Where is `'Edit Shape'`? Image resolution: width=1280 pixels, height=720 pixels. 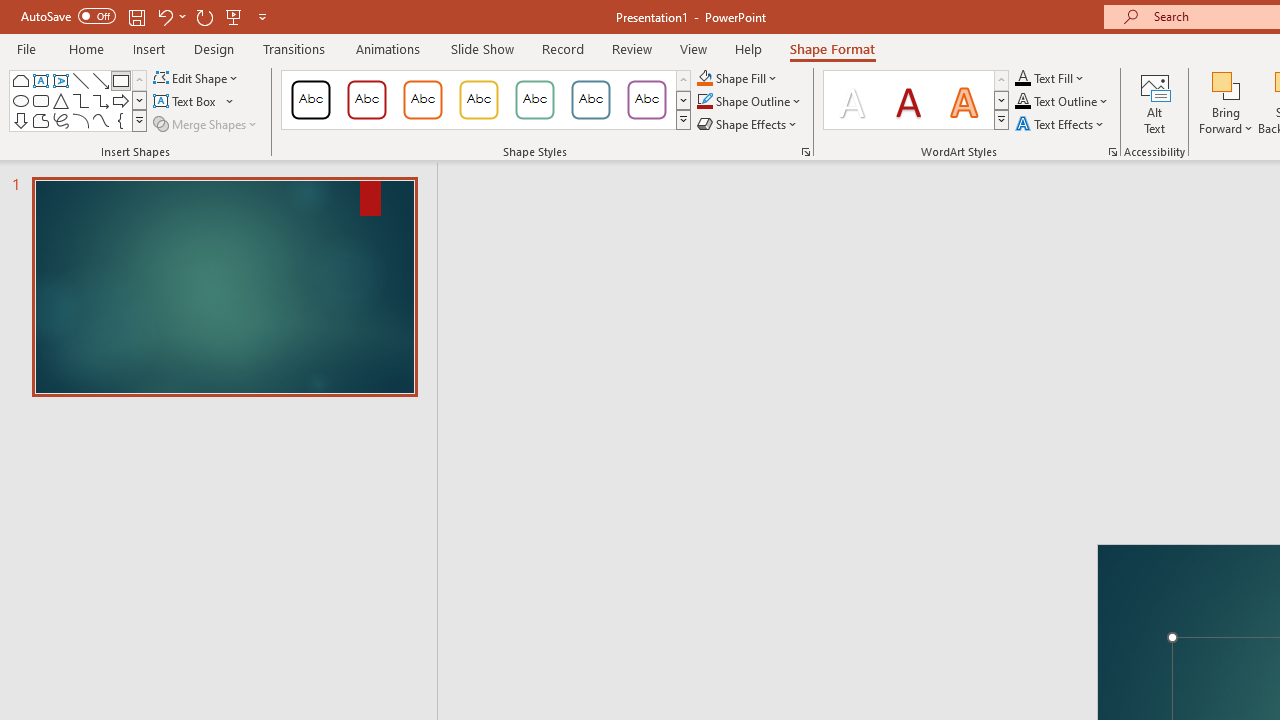
'Edit Shape' is located at coordinates (197, 77).